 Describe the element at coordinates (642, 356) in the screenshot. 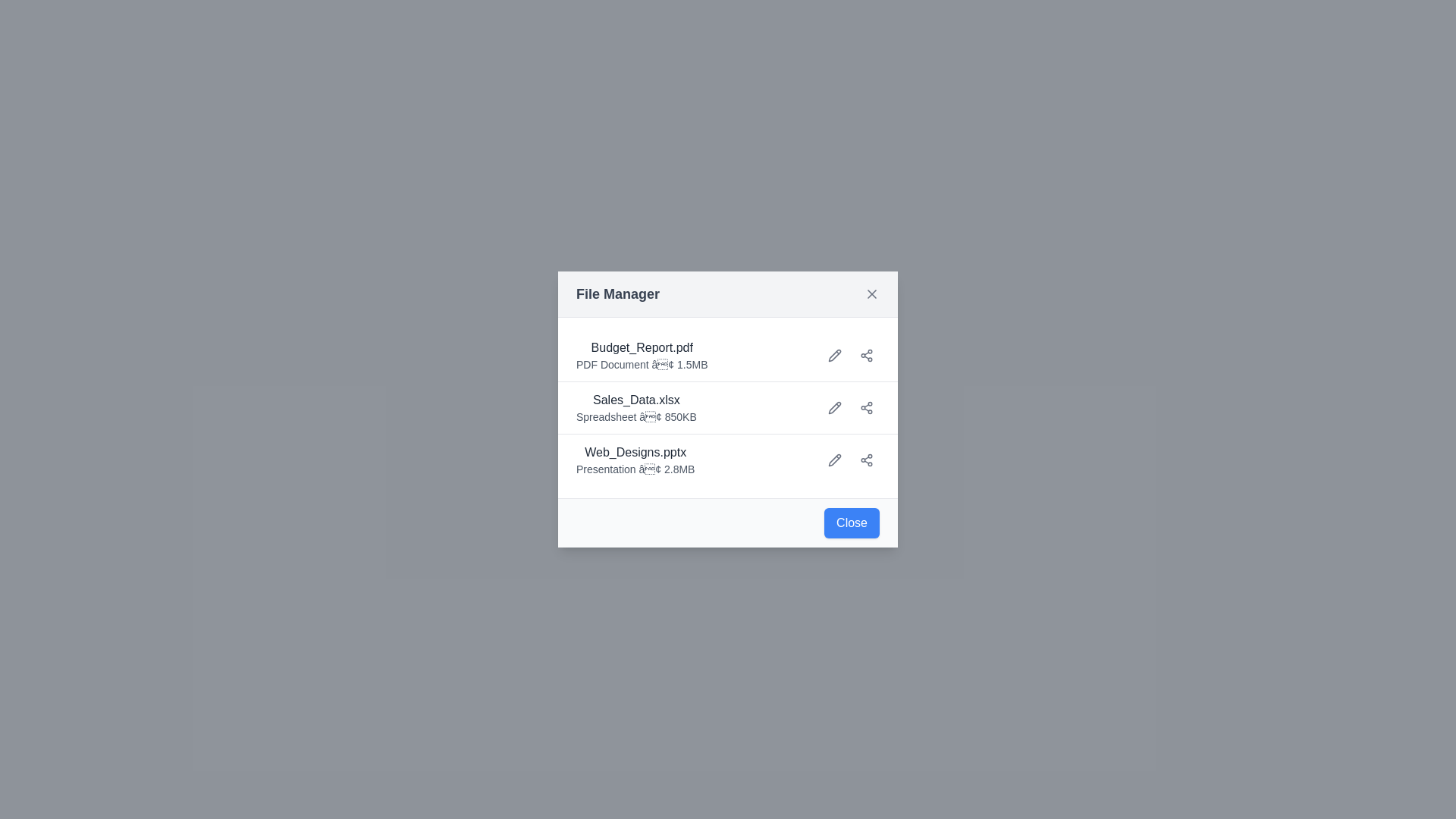

I see `the file entry Budget_Report.pdf` at that location.